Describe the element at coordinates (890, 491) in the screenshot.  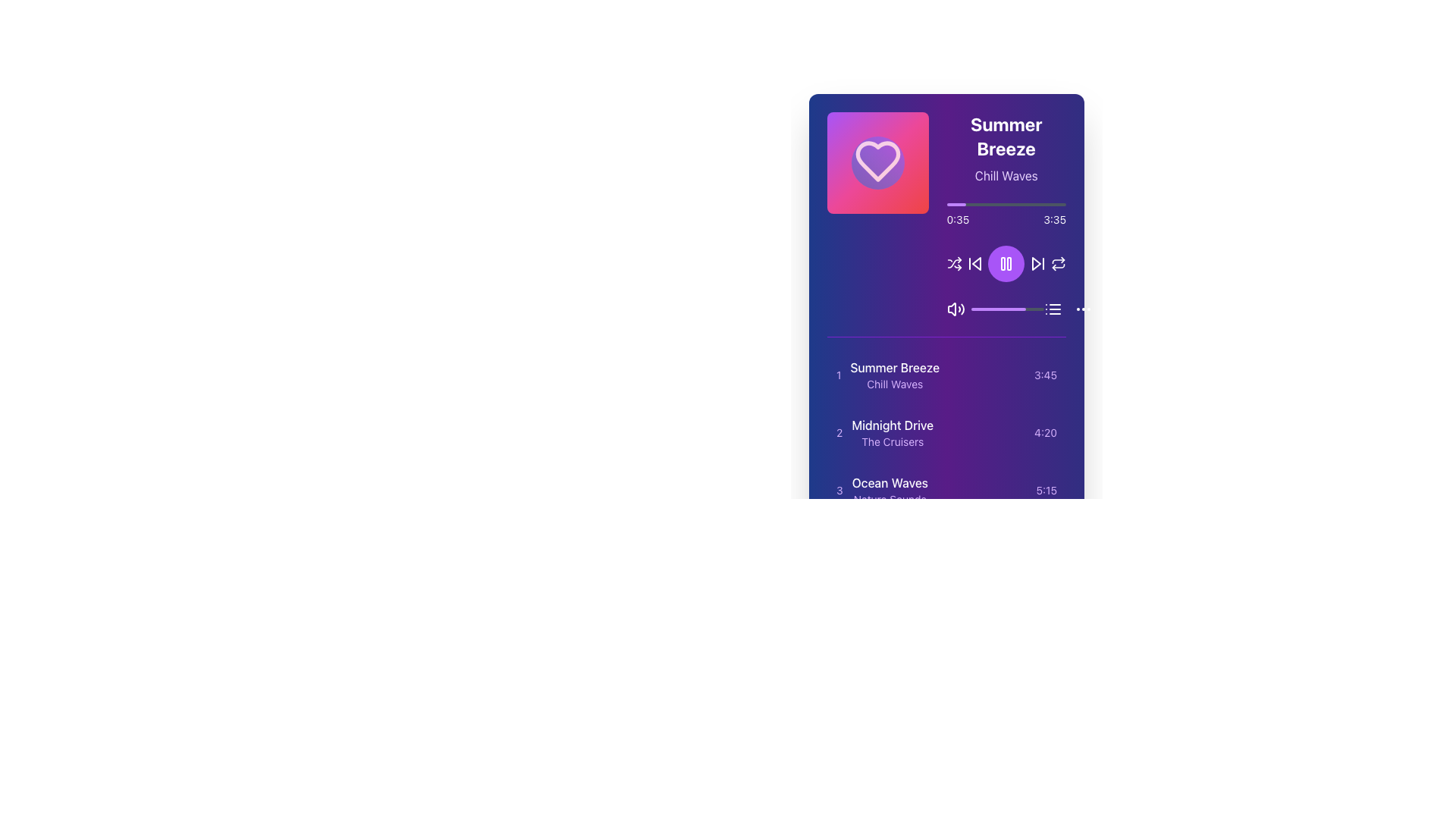
I see `the Text Display element that shows 'Ocean Waves' and 'Nature Sounds', which is the third item in the vertically aligned list` at that location.